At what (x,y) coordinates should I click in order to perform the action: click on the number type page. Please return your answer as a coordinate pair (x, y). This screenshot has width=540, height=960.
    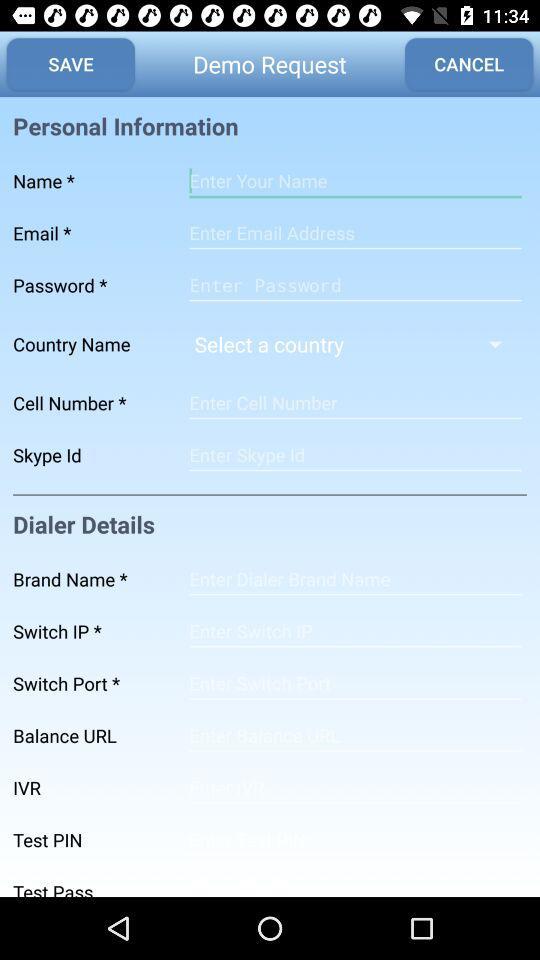
    Looking at the image, I should click on (354, 683).